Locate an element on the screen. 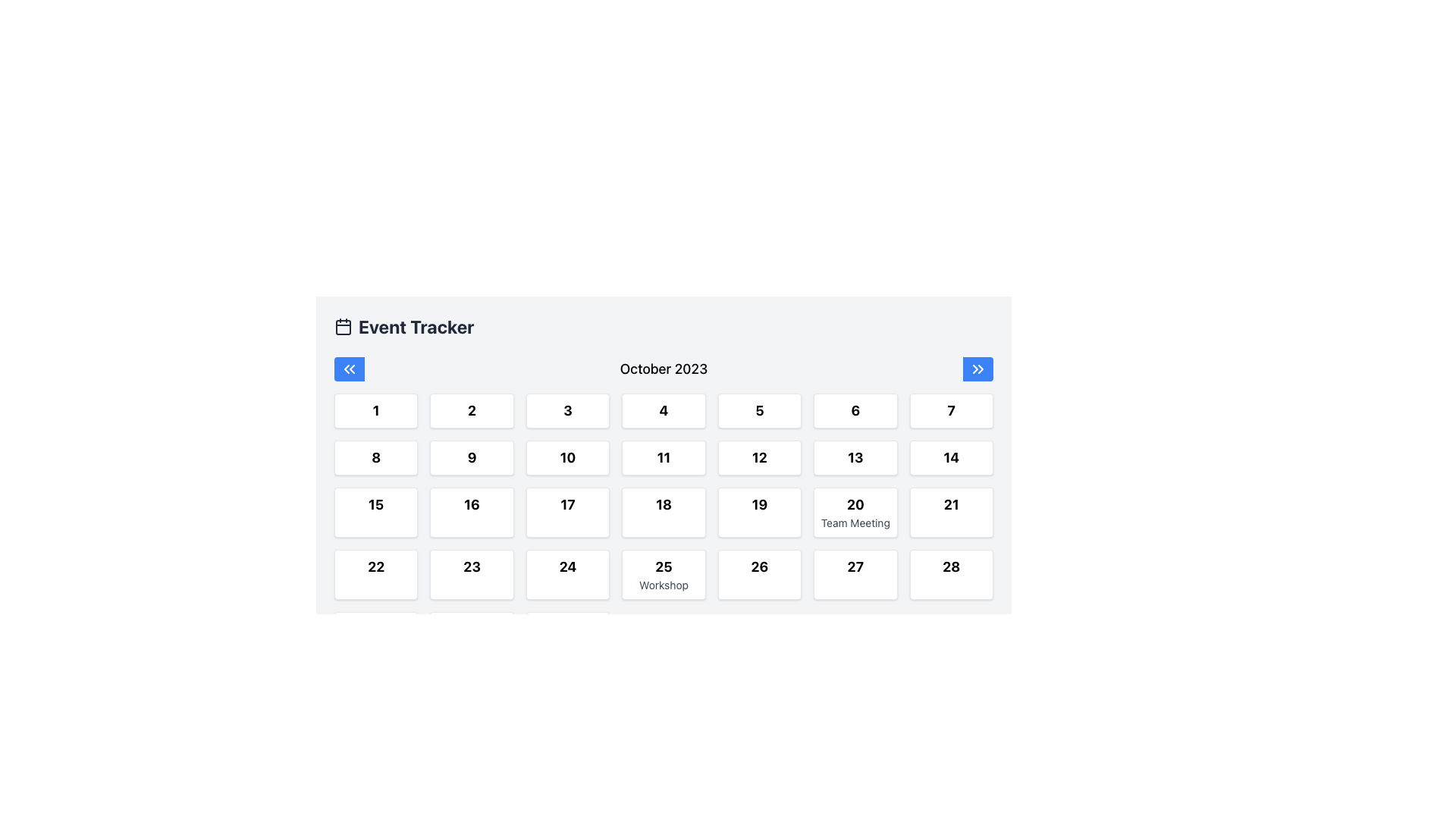  the bold text displaying the number '14' in the third row and fifth column of the calendar layout is located at coordinates (950, 457).